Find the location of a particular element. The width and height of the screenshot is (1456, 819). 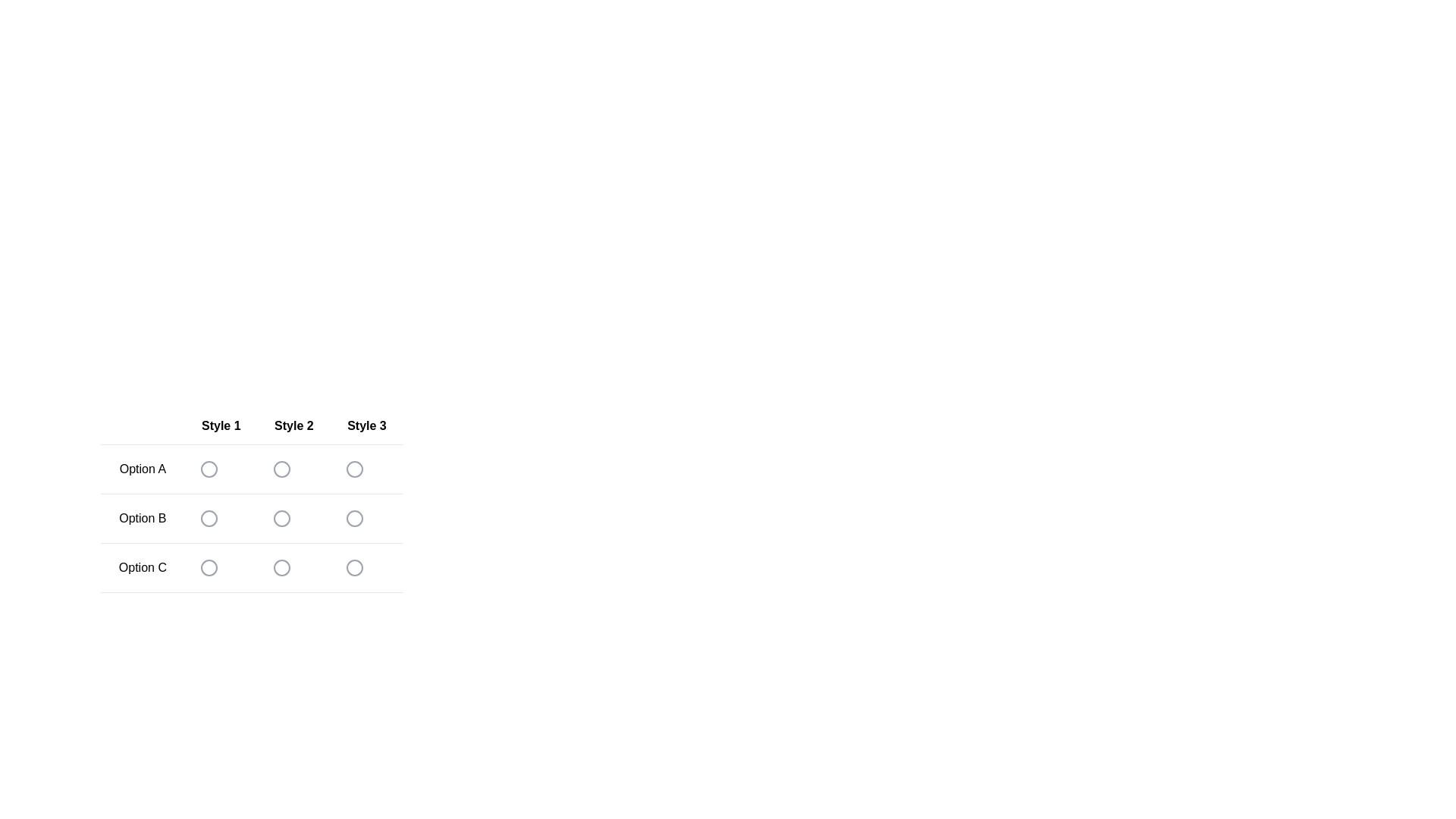

the radio button for 'Option A' under the 'Style 1' column is located at coordinates (208, 468).